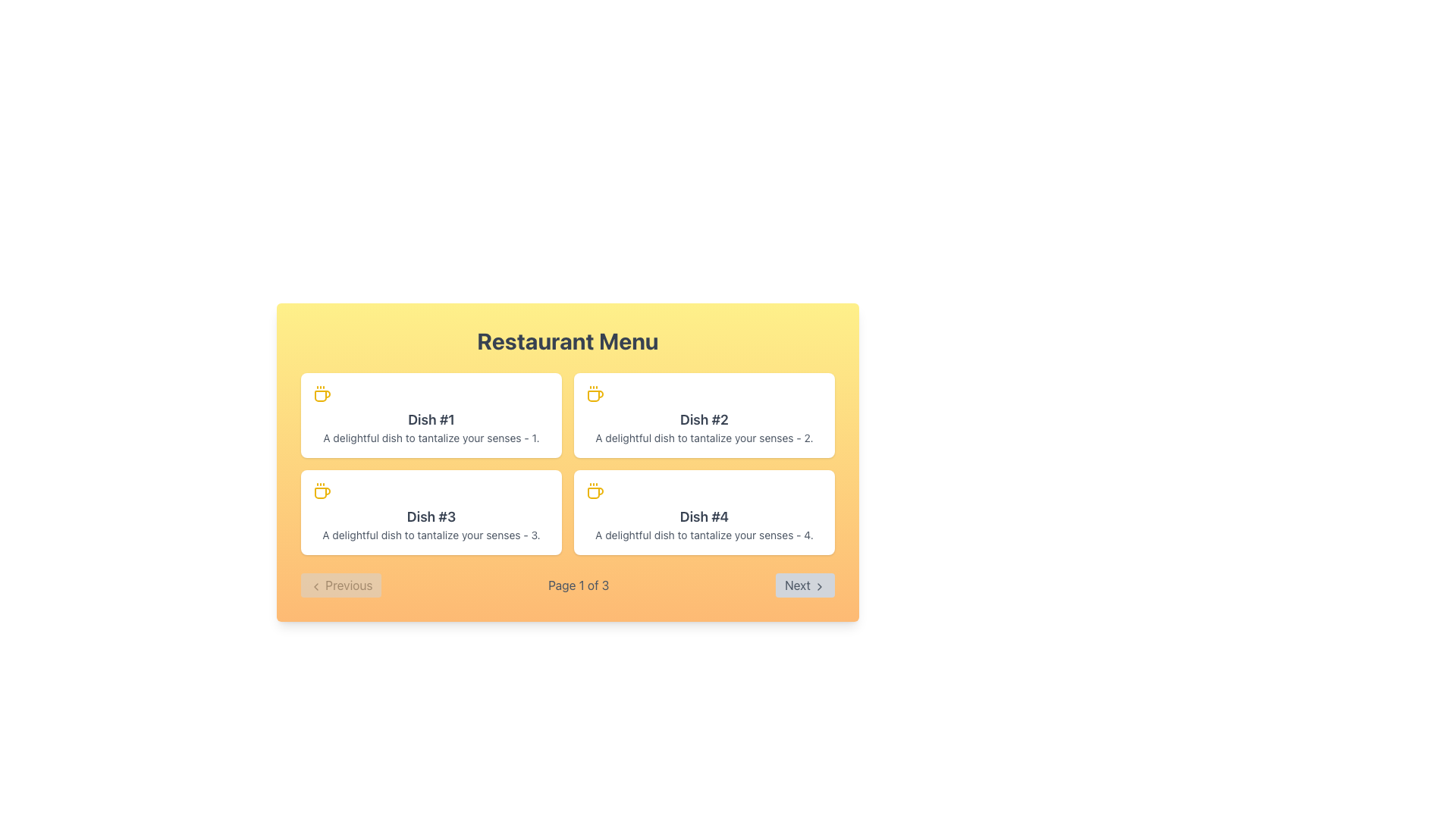 The image size is (1456, 819). I want to click on the card element with a white background and a coffee cup icon, featuring the heading 'Dish #4' and description text, located in the bottom-right corner of the Restaurant Menu section, so click(704, 512).